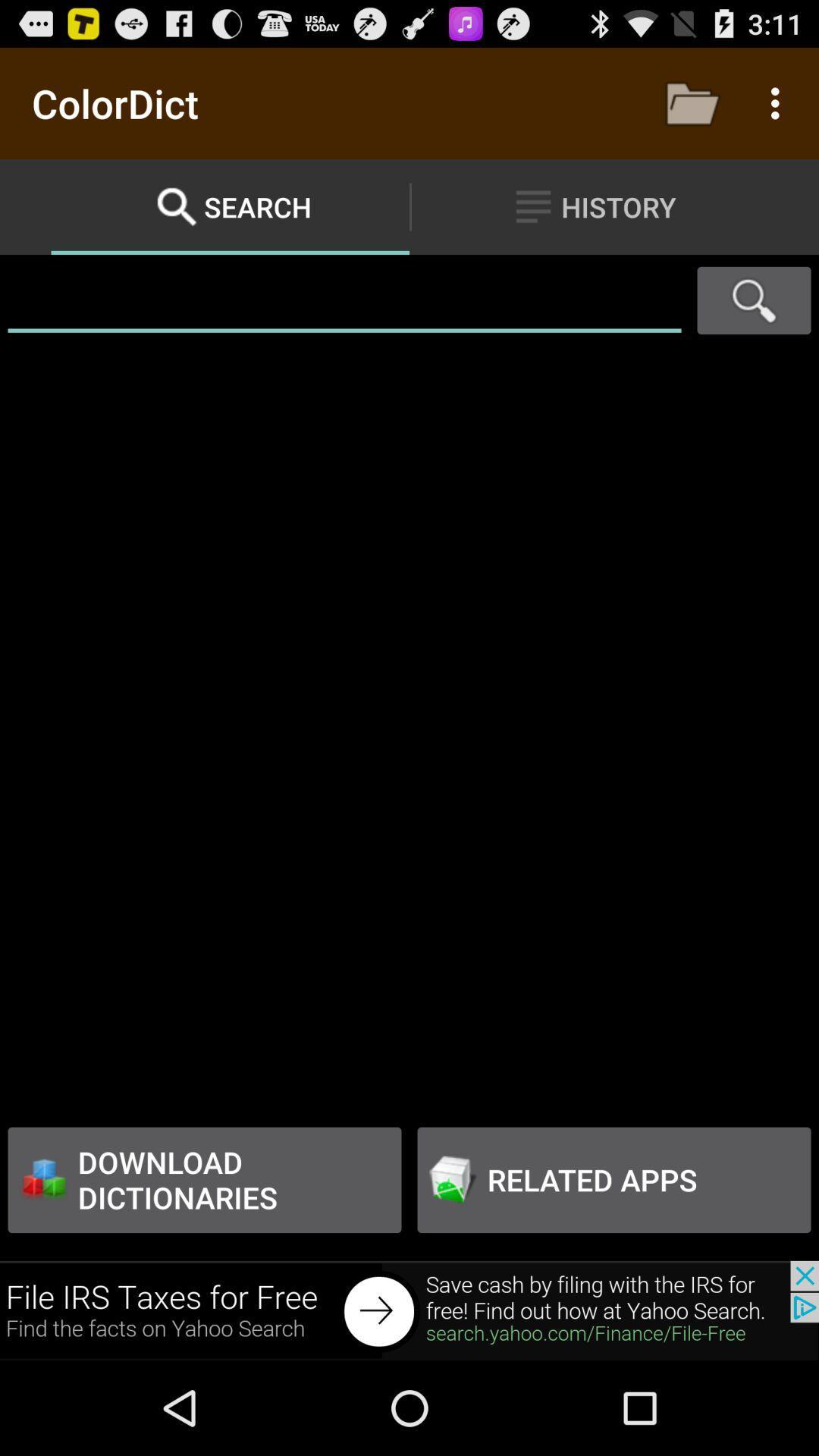 This screenshot has width=819, height=1456. Describe the element at coordinates (409, 1310) in the screenshot. I see `share the article` at that location.